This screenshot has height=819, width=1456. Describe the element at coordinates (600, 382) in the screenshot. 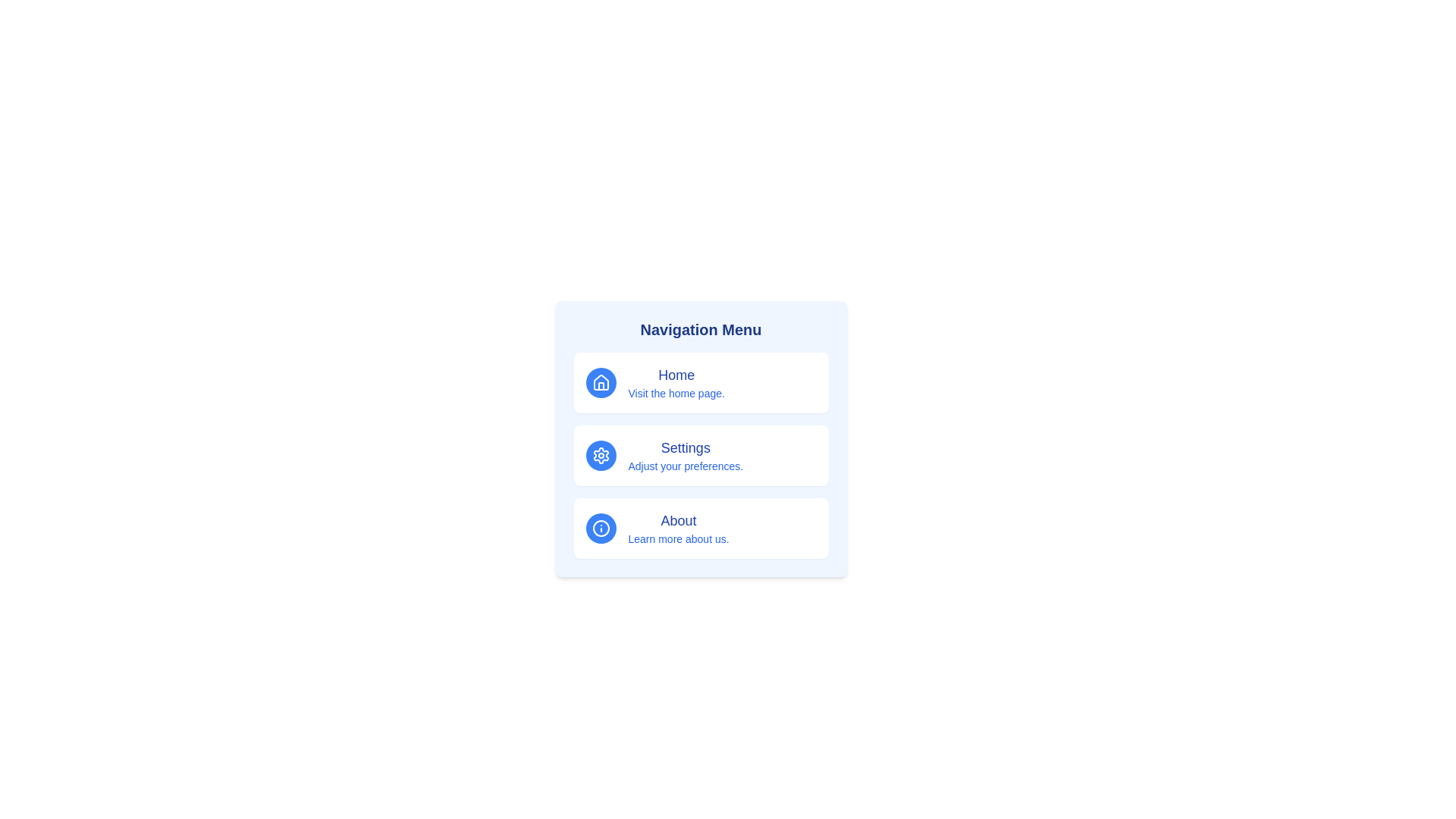

I see `the house icon with a blue circular background located at the top-left corner of the 'Home' section in the navigation menu` at that location.